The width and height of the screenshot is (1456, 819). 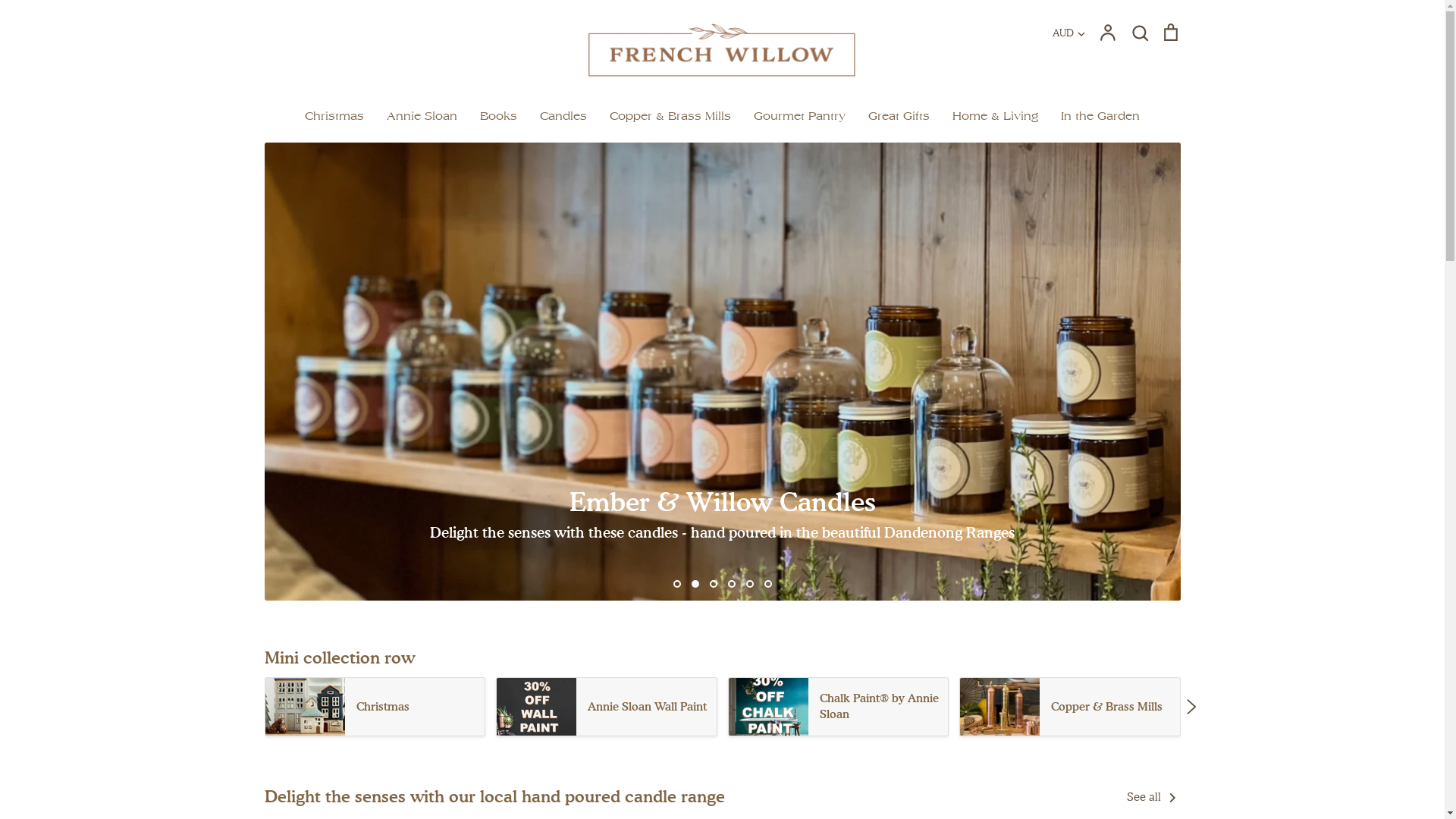 I want to click on 'Delight the senses with our local hand poured candle range', so click(x=494, y=795).